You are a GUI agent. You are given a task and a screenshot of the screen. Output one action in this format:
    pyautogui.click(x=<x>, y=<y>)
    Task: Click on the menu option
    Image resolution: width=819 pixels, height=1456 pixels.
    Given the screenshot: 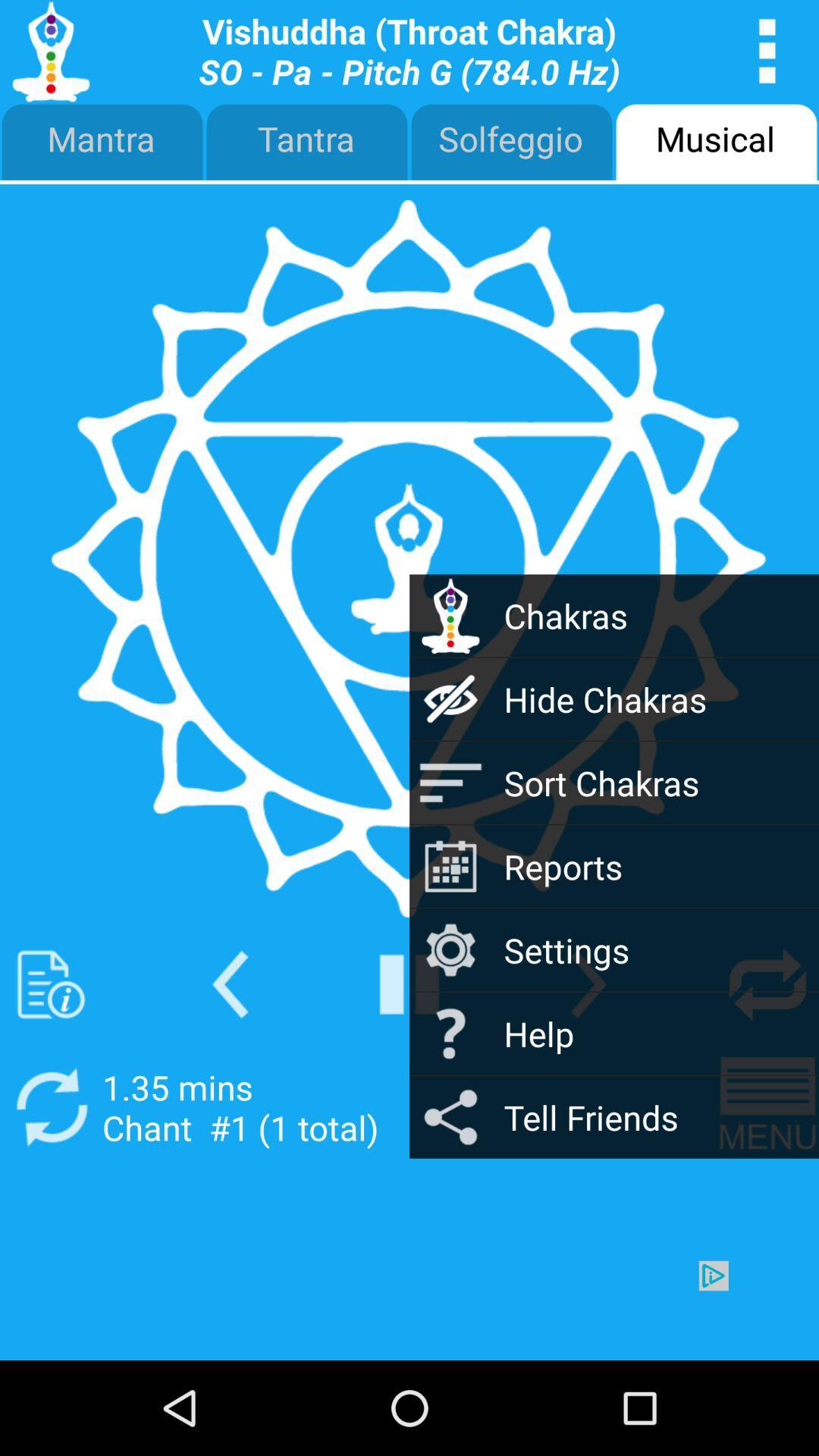 What is the action you would take?
    pyautogui.click(x=767, y=51)
    